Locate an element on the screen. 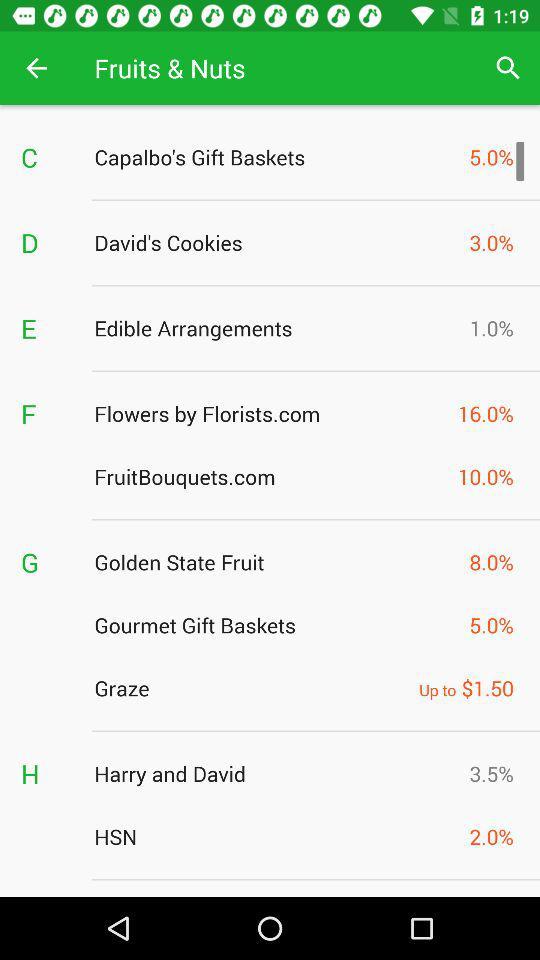 Image resolution: width=540 pixels, height=960 pixels. the item to the left of the 8.0% is located at coordinates (275, 562).